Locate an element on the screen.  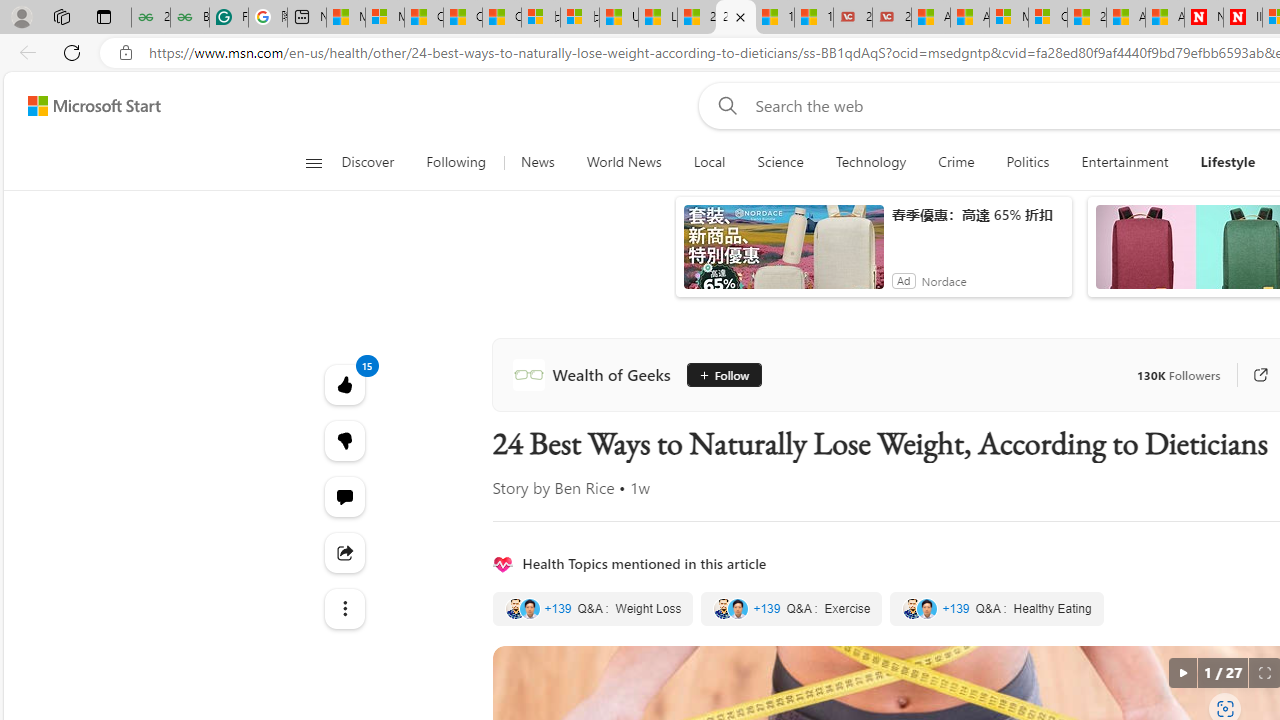
'Class: quote-thumbnail' is located at coordinates (927, 608).